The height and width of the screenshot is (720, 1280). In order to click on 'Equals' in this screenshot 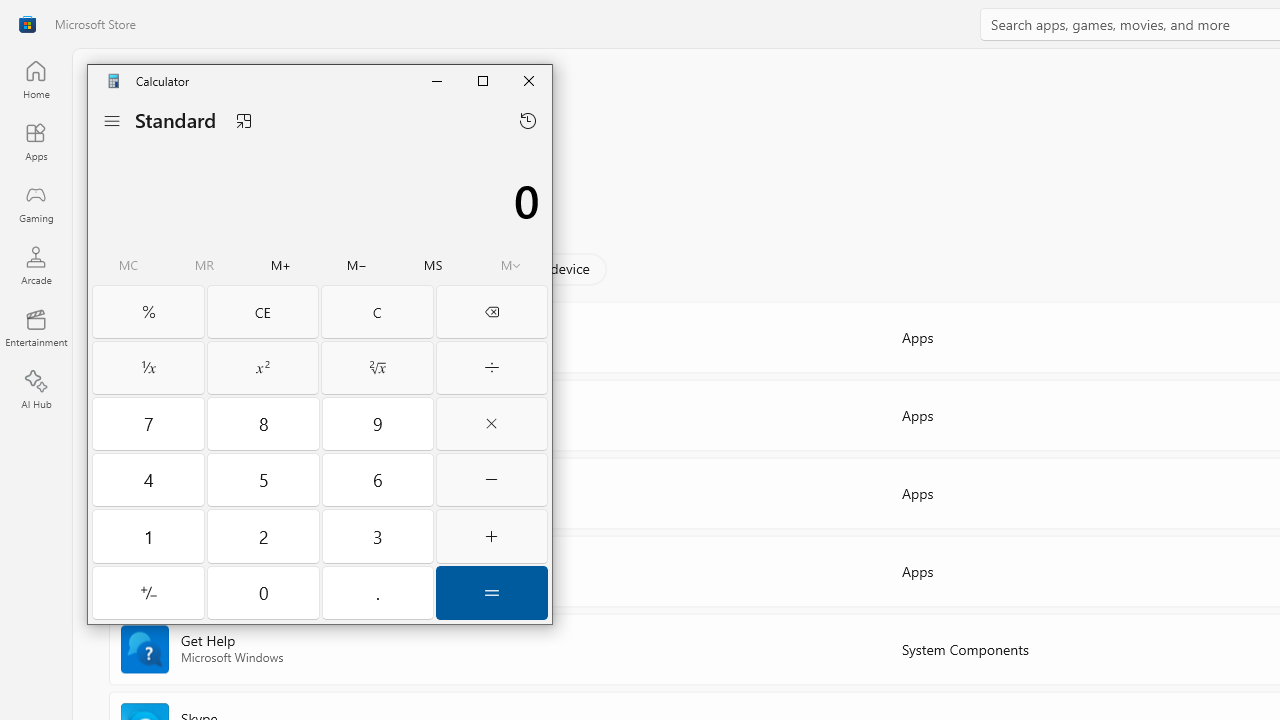, I will do `click(492, 591)`.